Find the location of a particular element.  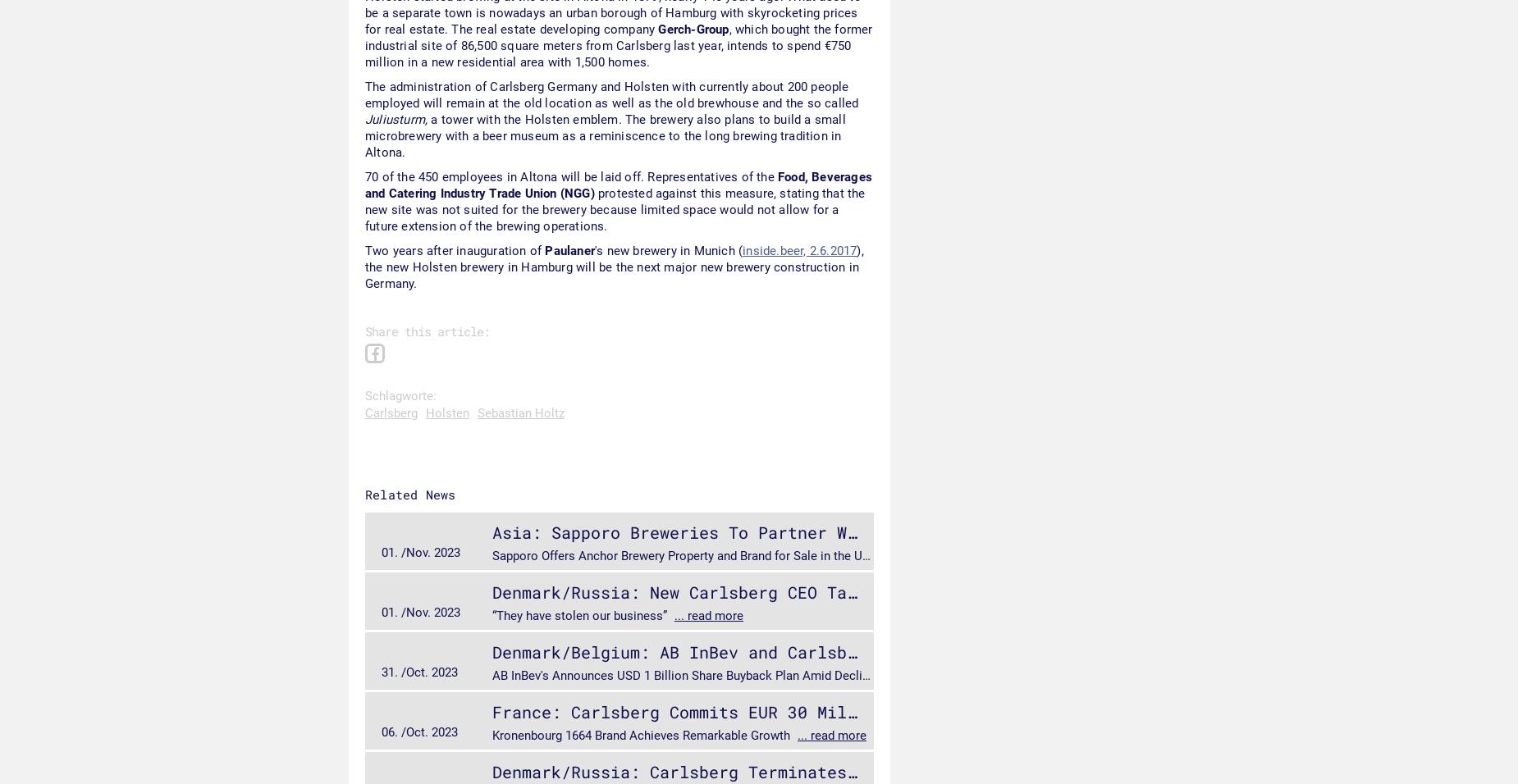

'Paulaner' is located at coordinates (569, 248).